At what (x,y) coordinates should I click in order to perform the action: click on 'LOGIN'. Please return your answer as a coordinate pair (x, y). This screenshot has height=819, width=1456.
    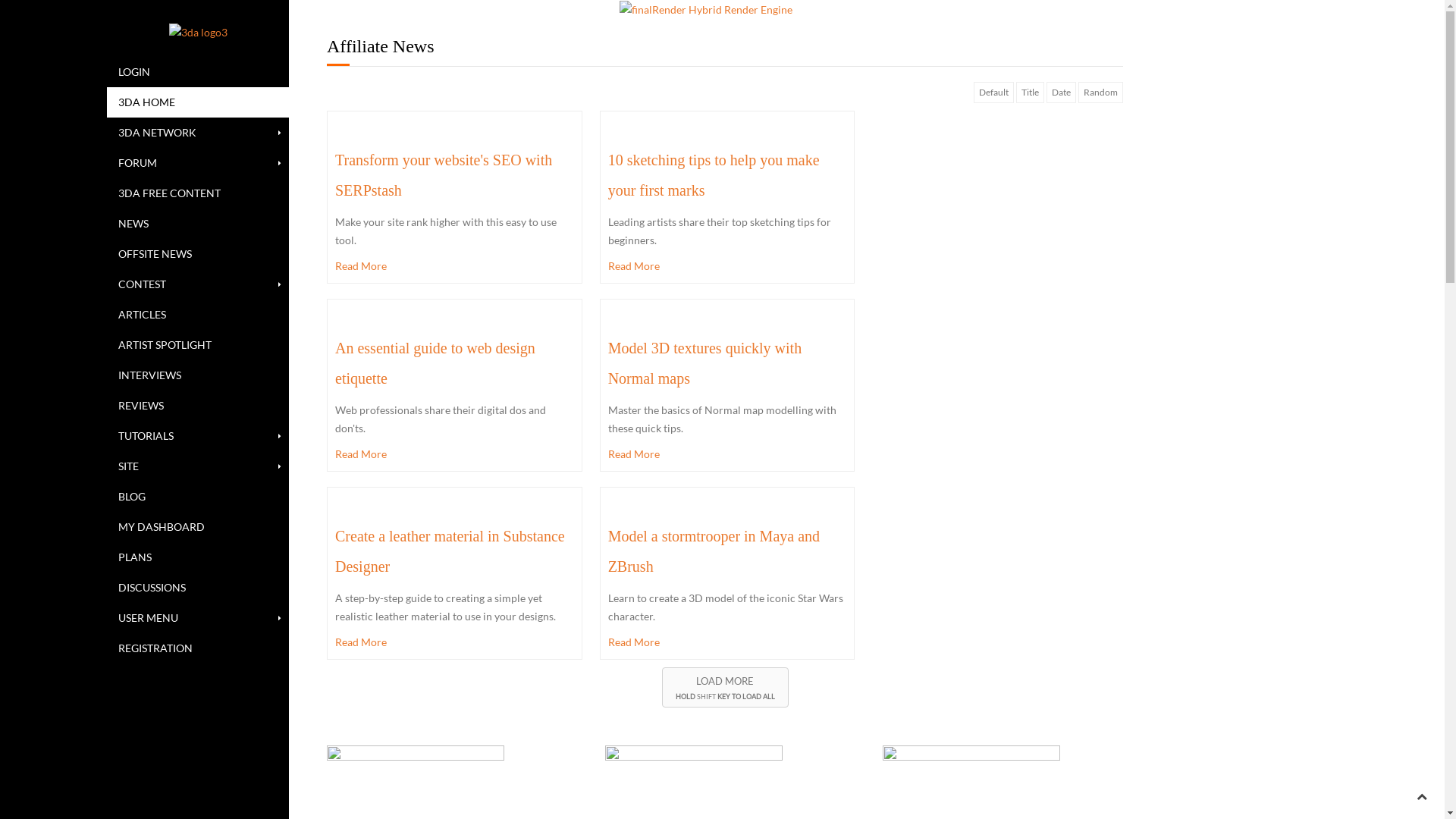
    Looking at the image, I should click on (196, 72).